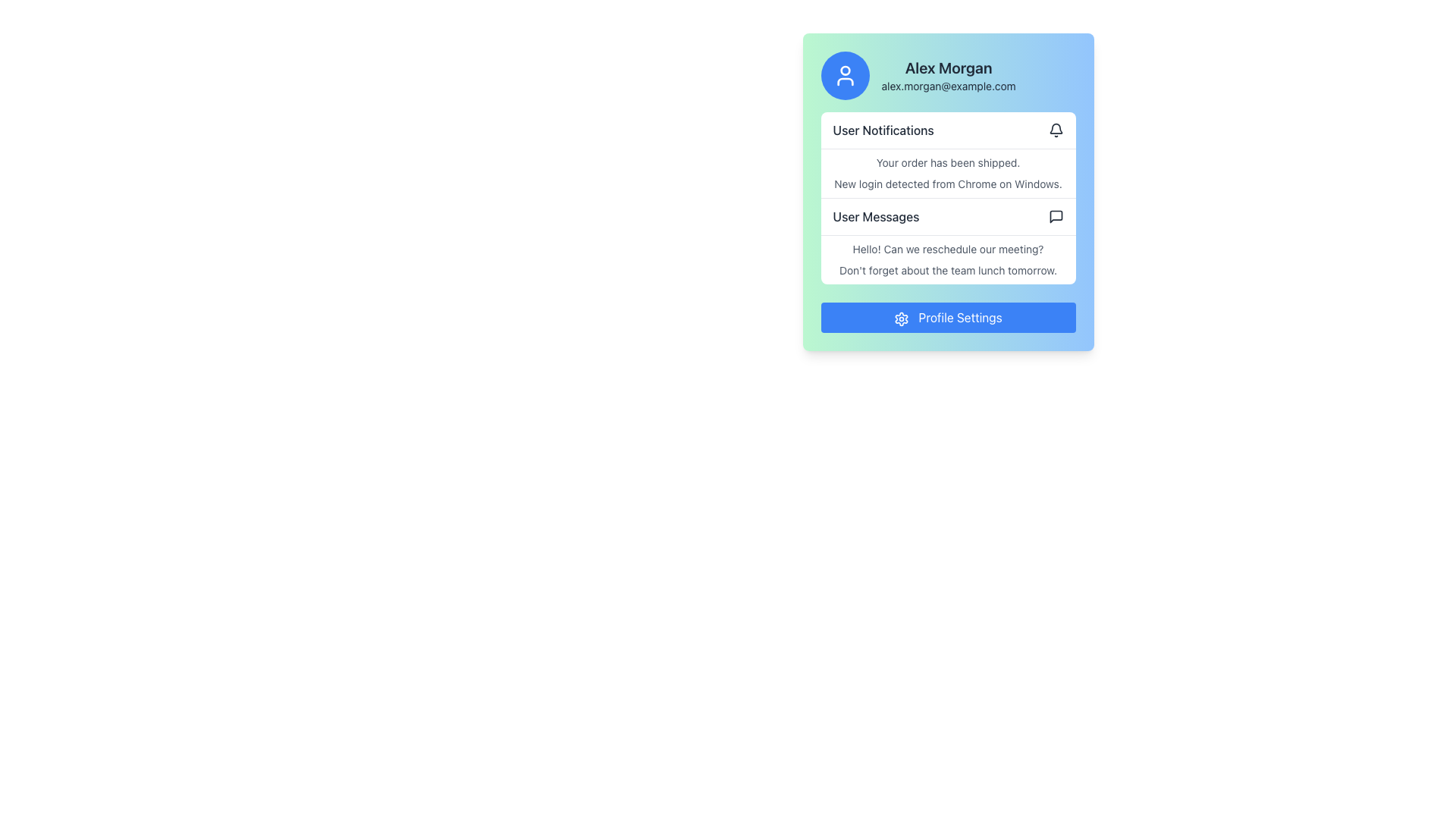 The image size is (1456, 819). I want to click on prominent header text 'Alex Morgan' located at the top of the profile card, above the email address 'alex.morgan@example.com', so click(948, 67).